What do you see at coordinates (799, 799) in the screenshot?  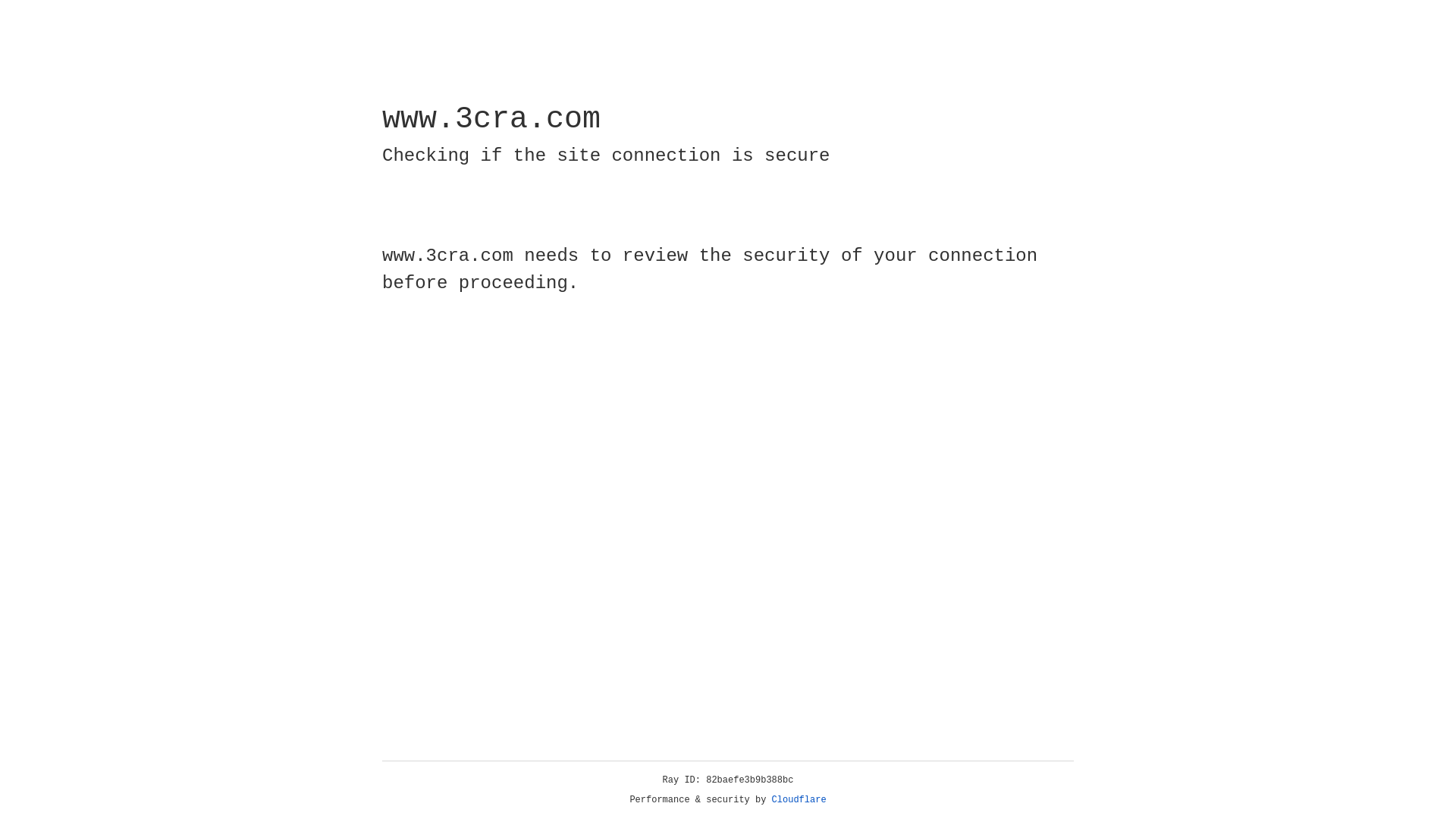 I see `'Cloudflare'` at bounding box center [799, 799].